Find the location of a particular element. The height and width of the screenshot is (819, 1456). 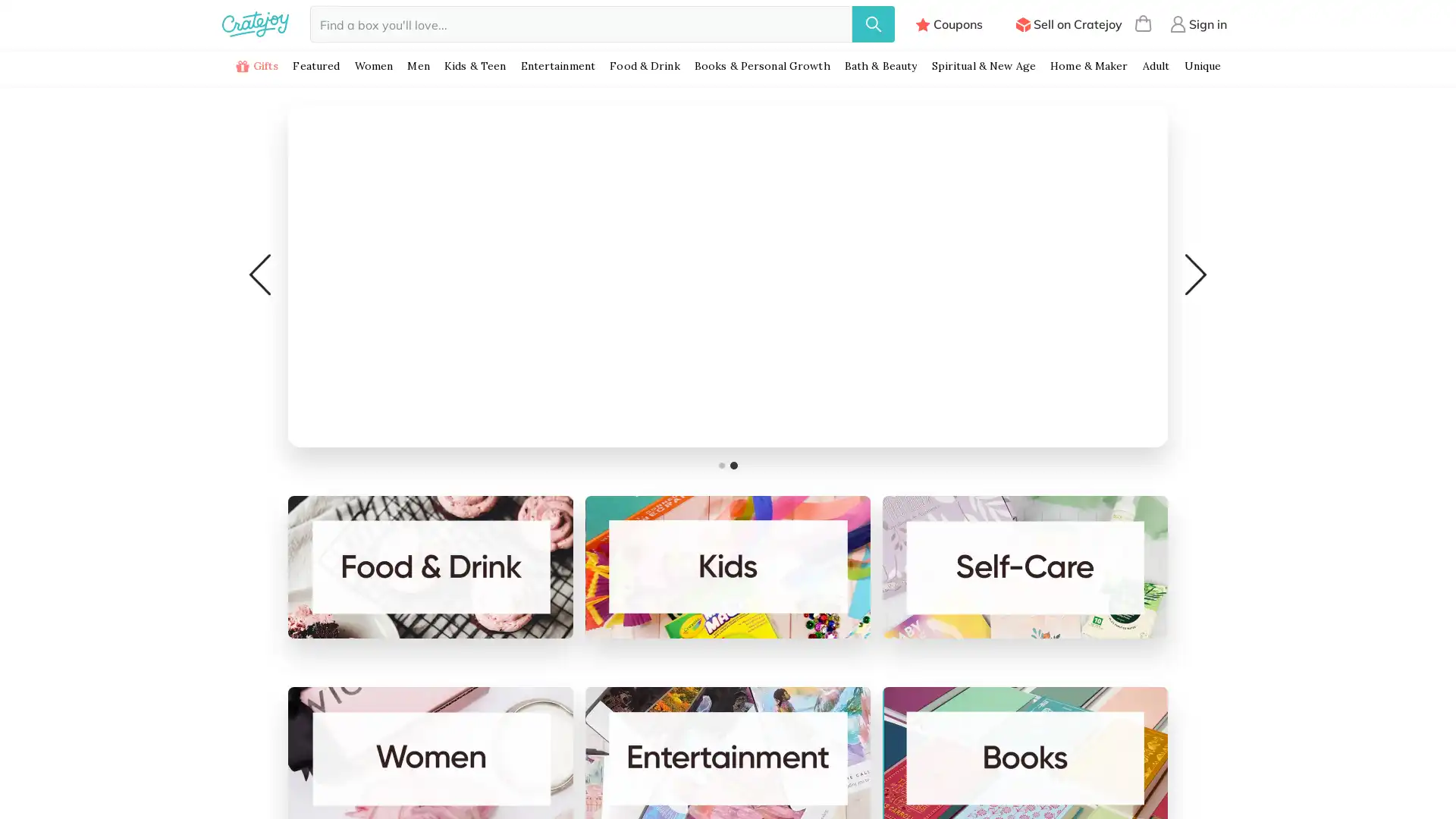

Search subscription boxes is located at coordinates (873, 24).